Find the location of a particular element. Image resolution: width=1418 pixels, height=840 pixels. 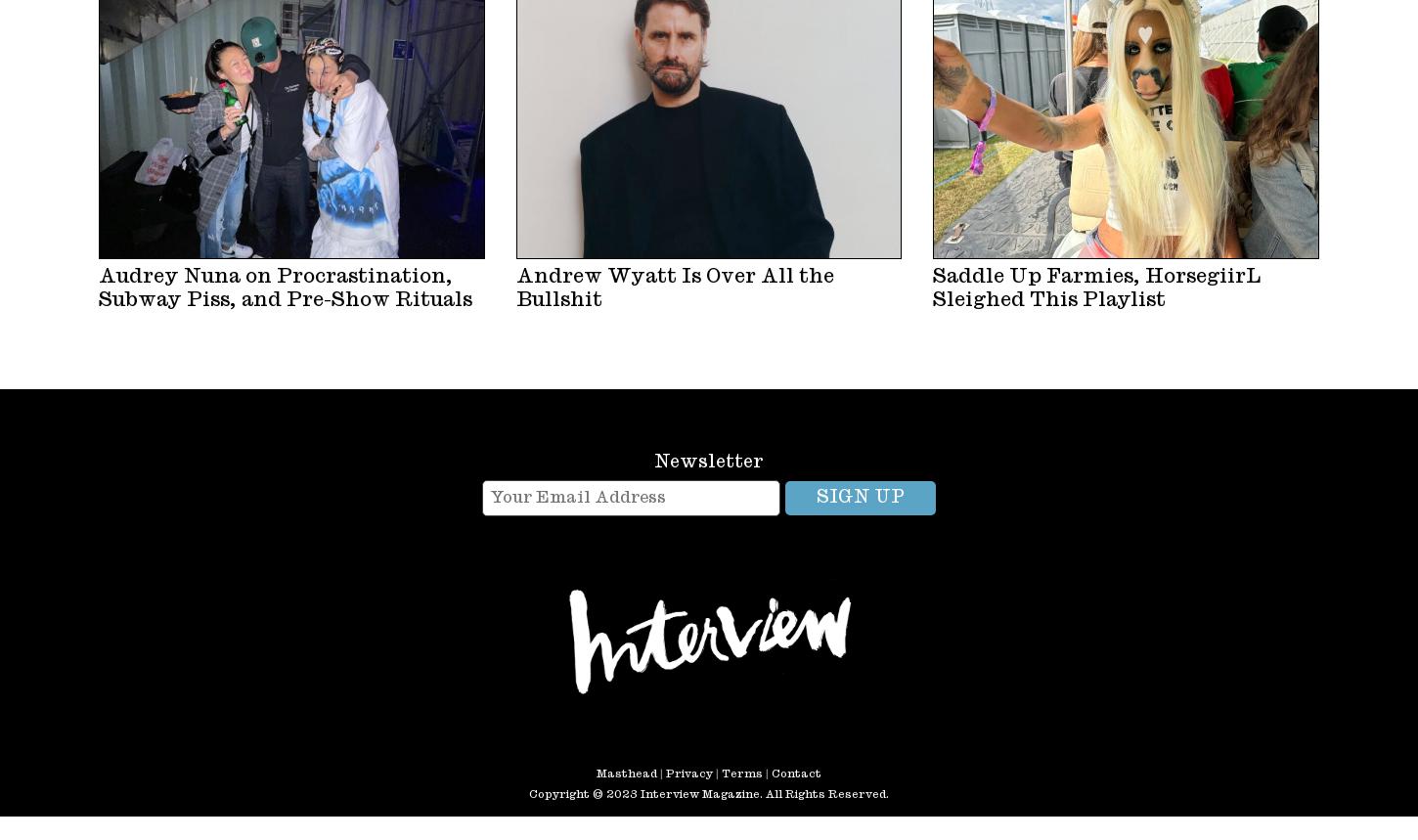

'Audrey Nuna on Procrastination, Subway Piss, and Pre-Show Rituals' is located at coordinates (99, 287).